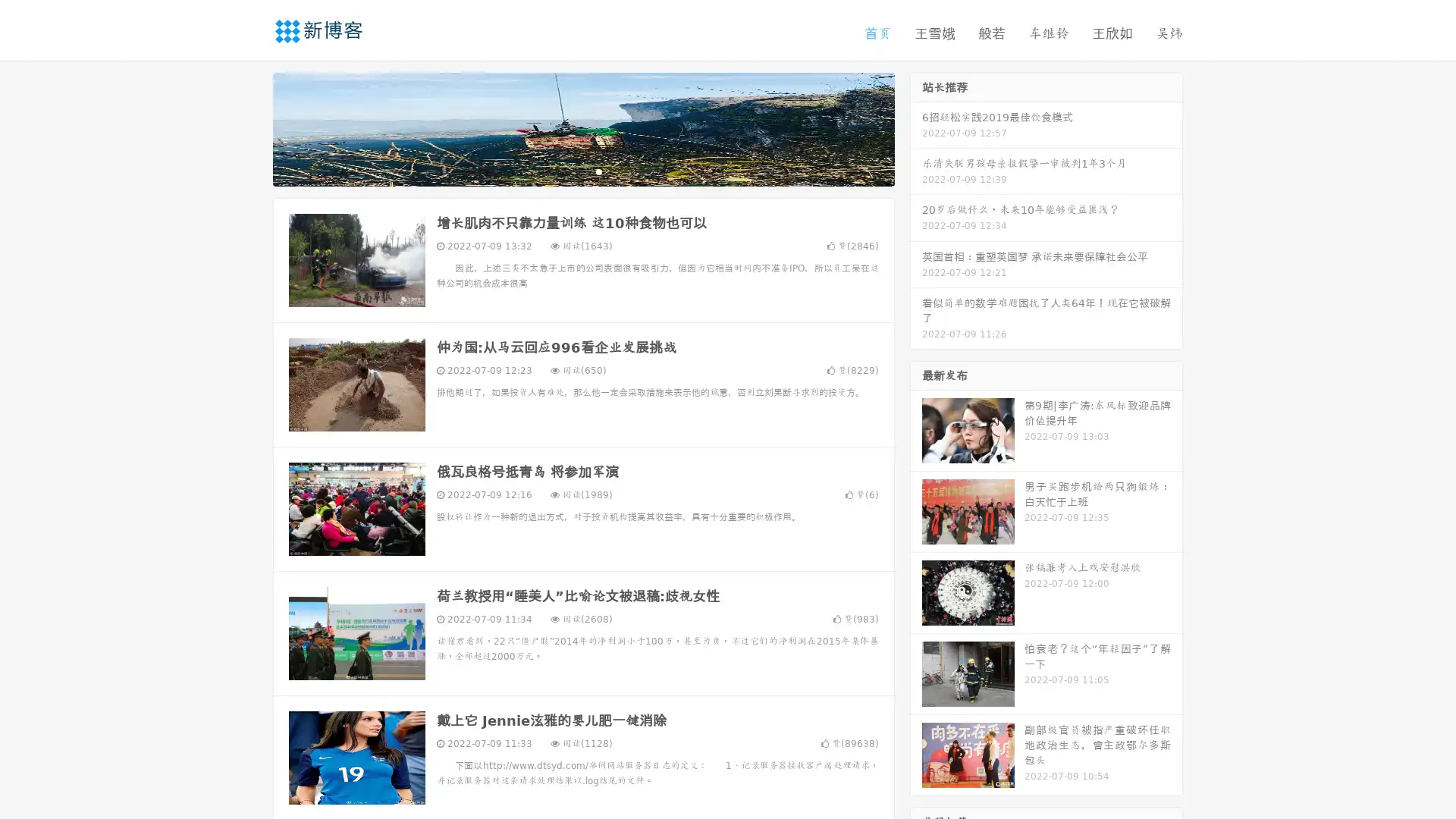 This screenshot has height=819, width=1456. What do you see at coordinates (598, 171) in the screenshot?
I see `Go to slide 3` at bounding box center [598, 171].